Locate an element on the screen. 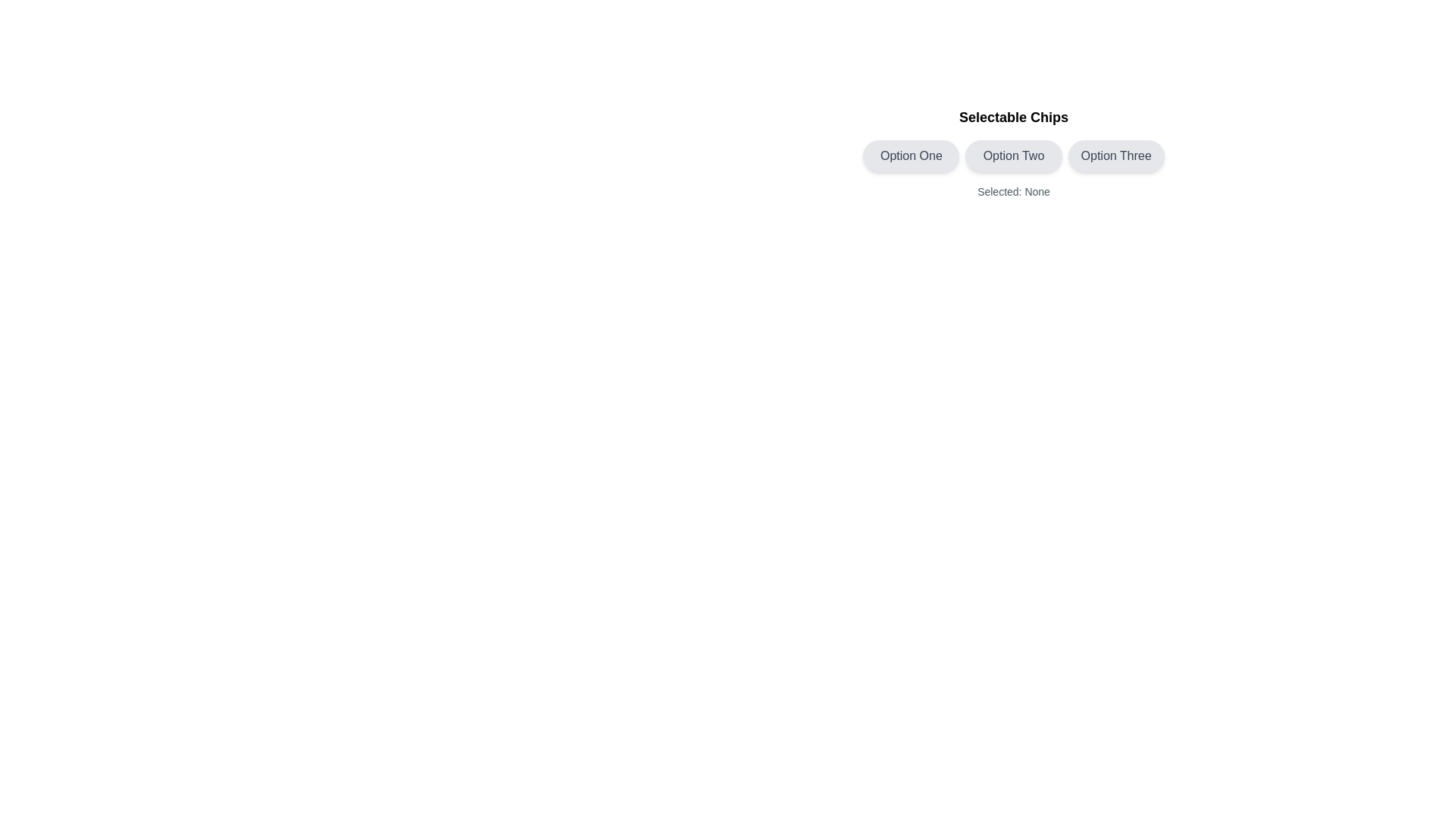  the 'Option One' button, which is a light gray pill-shaped button with dark gray text, located under the header 'Selectable Chips' is located at coordinates (910, 155).